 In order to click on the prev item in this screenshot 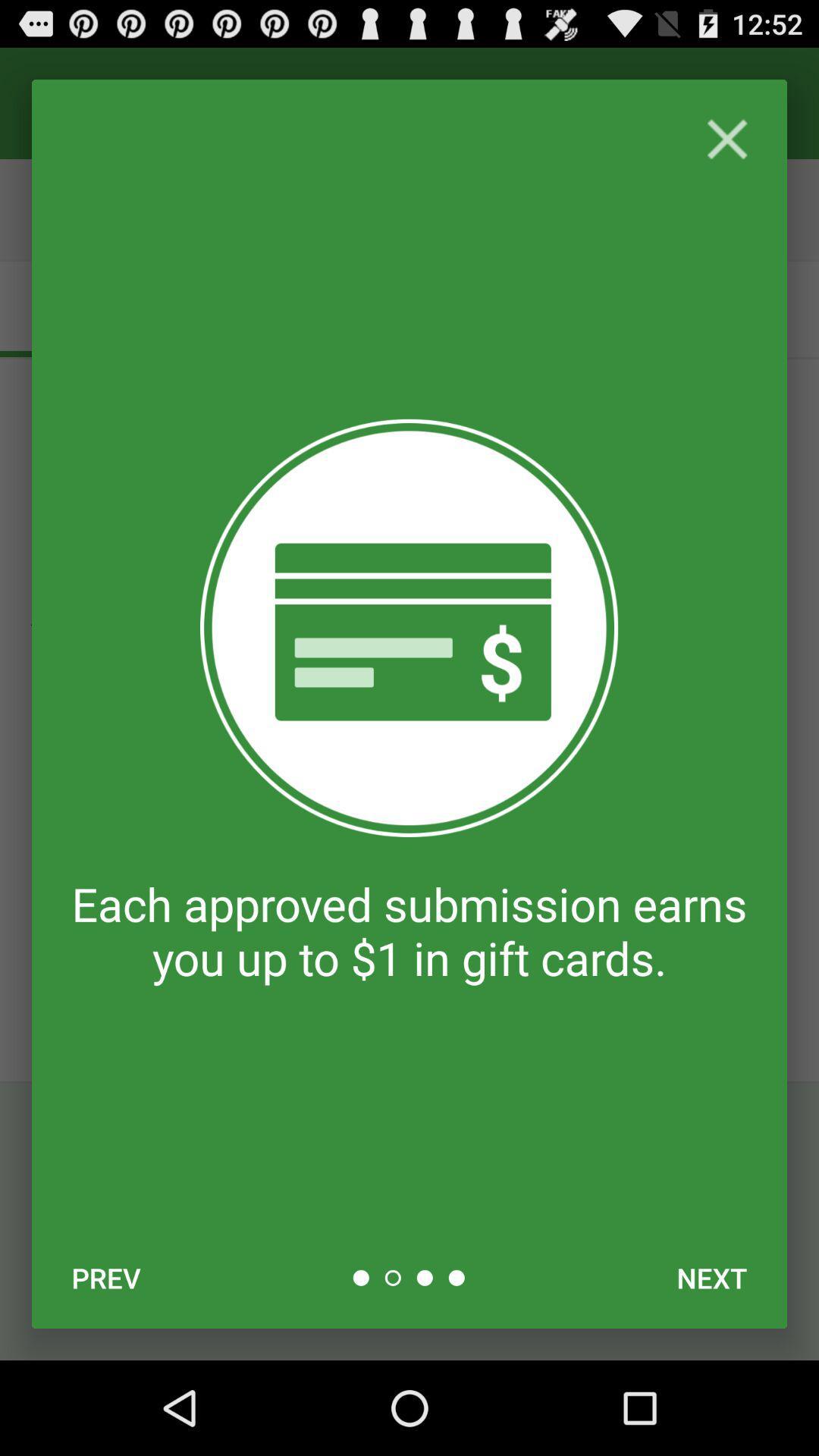, I will do `click(105, 1277)`.